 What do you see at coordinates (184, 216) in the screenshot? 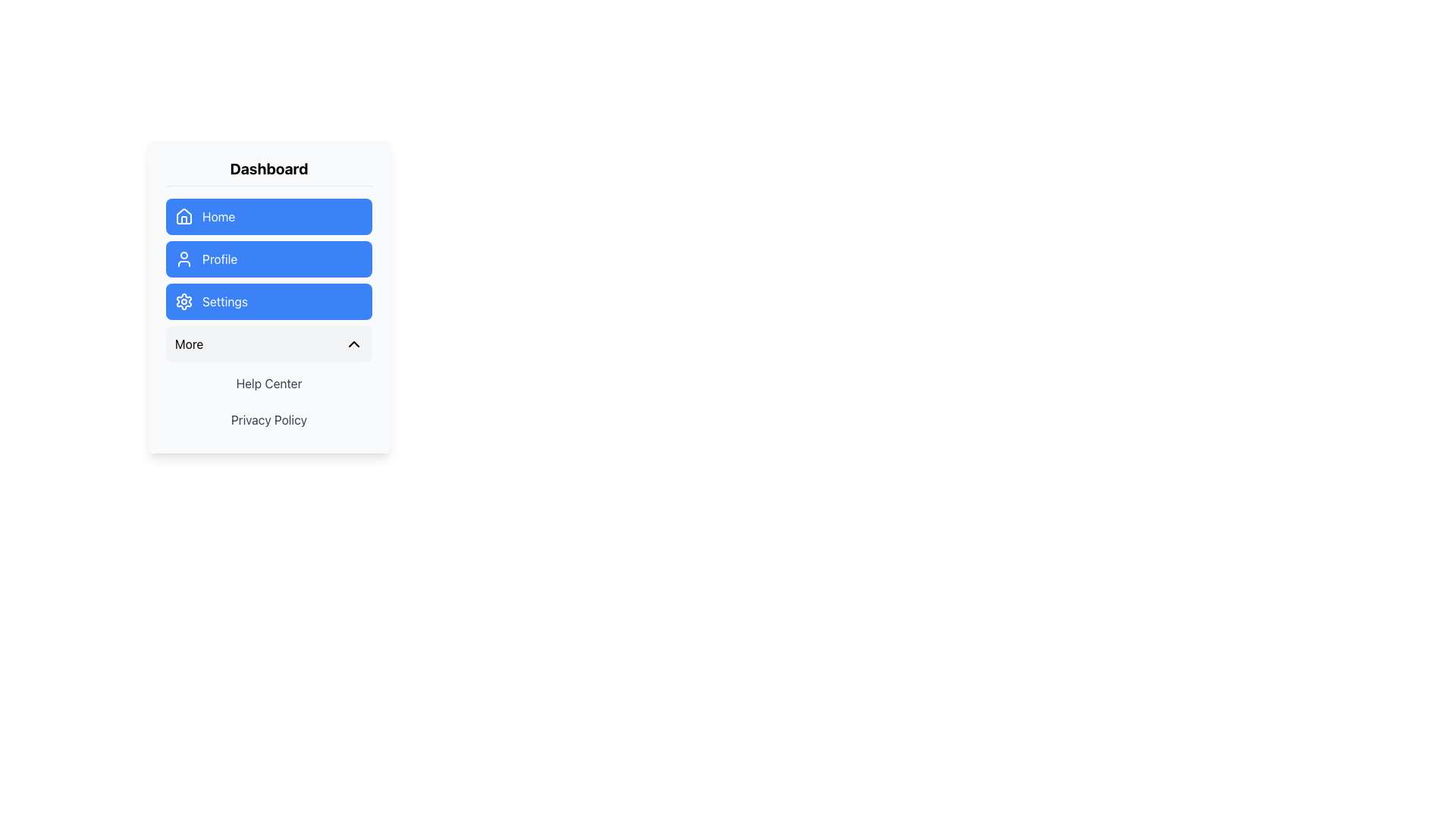
I see `the stylized house icon located inside the blue 'Home' button in the left navigation menu` at bounding box center [184, 216].